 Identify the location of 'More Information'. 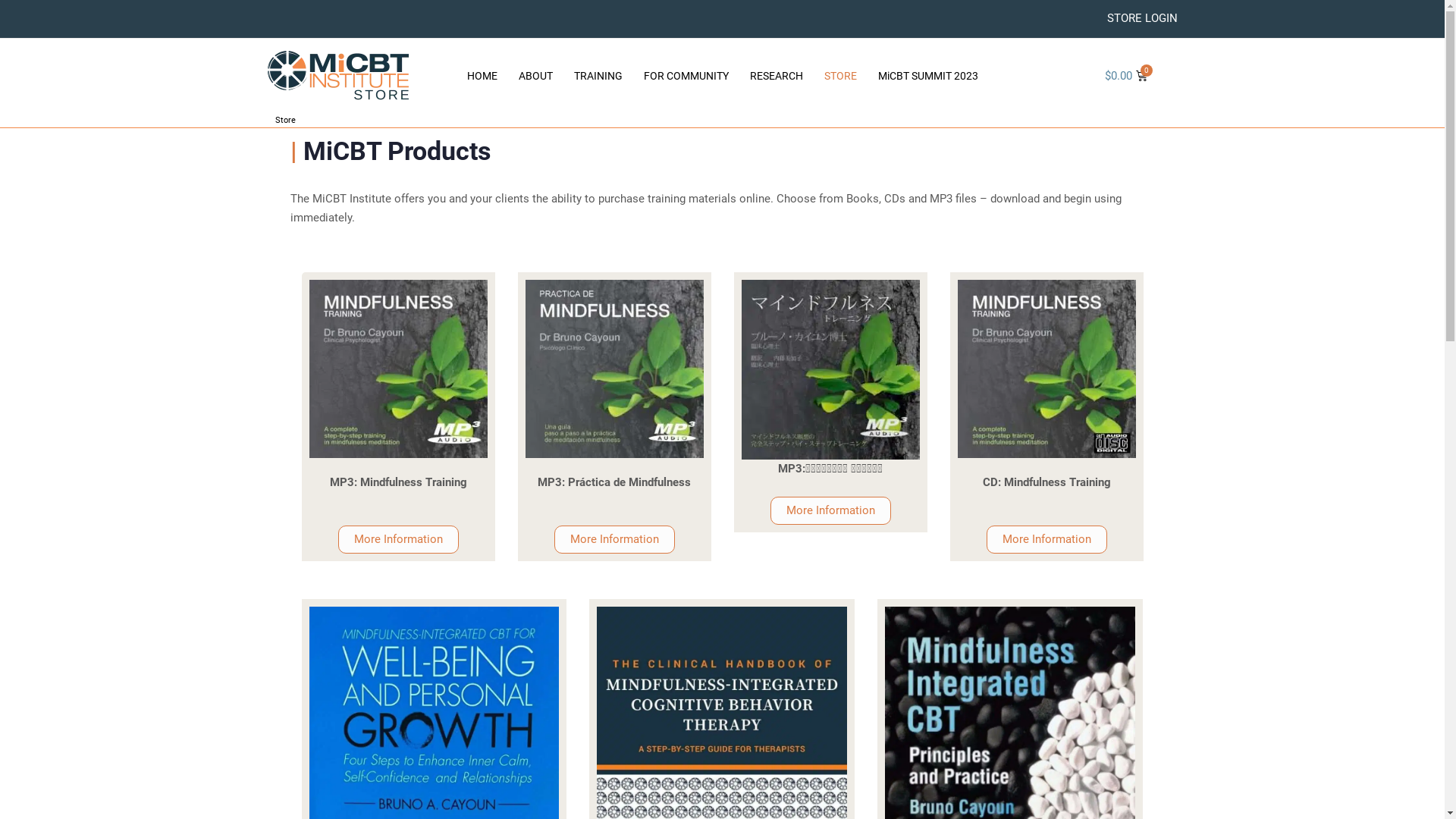
(830, 510).